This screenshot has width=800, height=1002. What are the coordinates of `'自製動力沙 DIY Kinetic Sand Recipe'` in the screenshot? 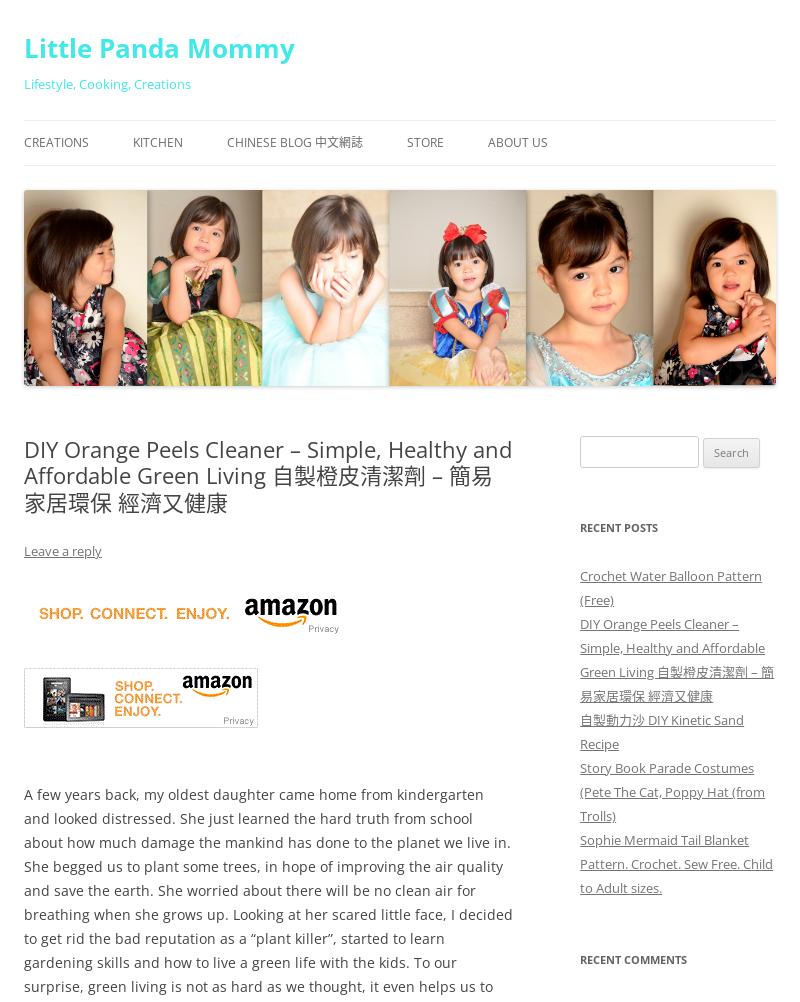 It's located at (661, 731).